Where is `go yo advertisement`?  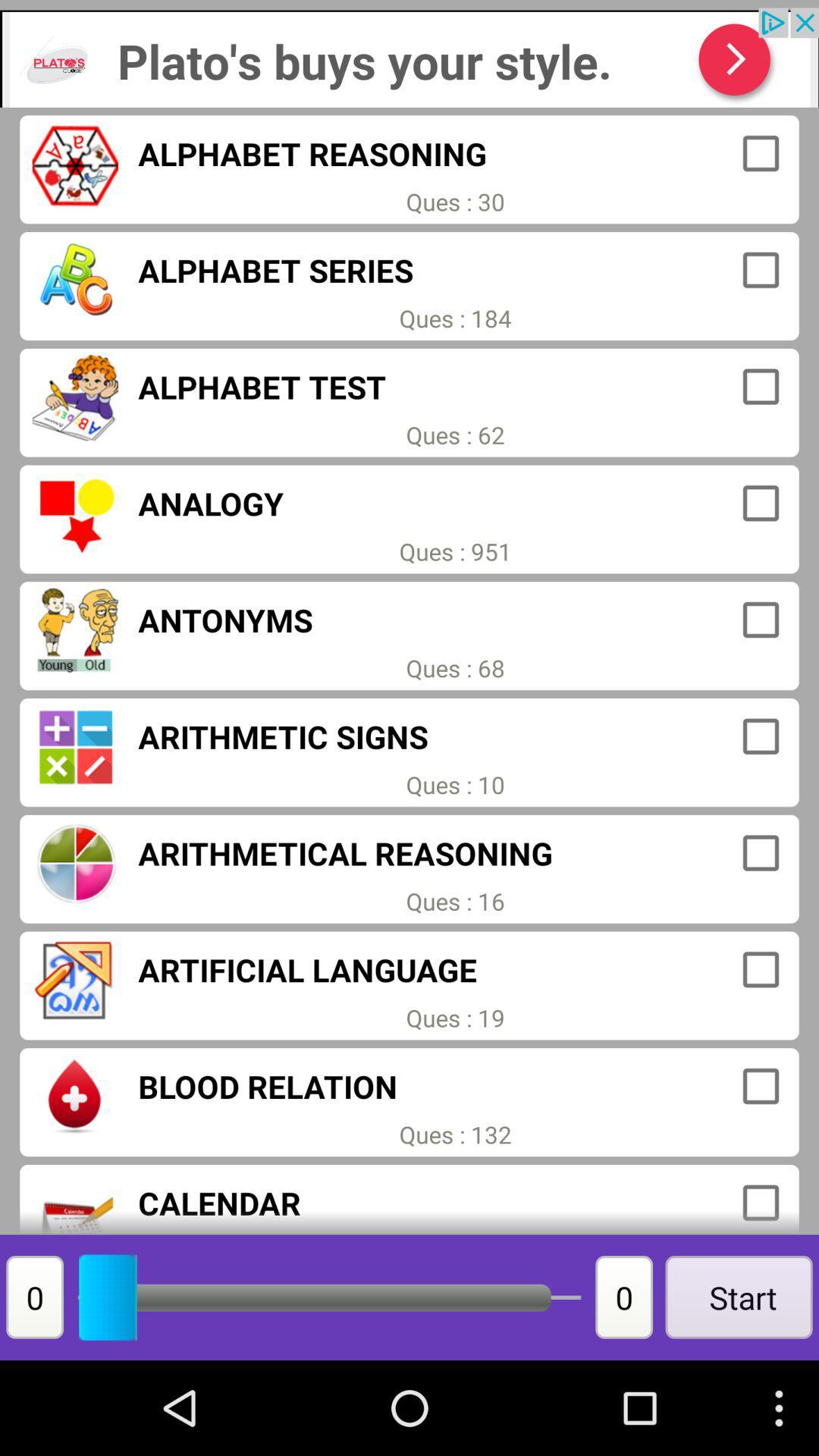 go yo advertisement is located at coordinates (409, 58).